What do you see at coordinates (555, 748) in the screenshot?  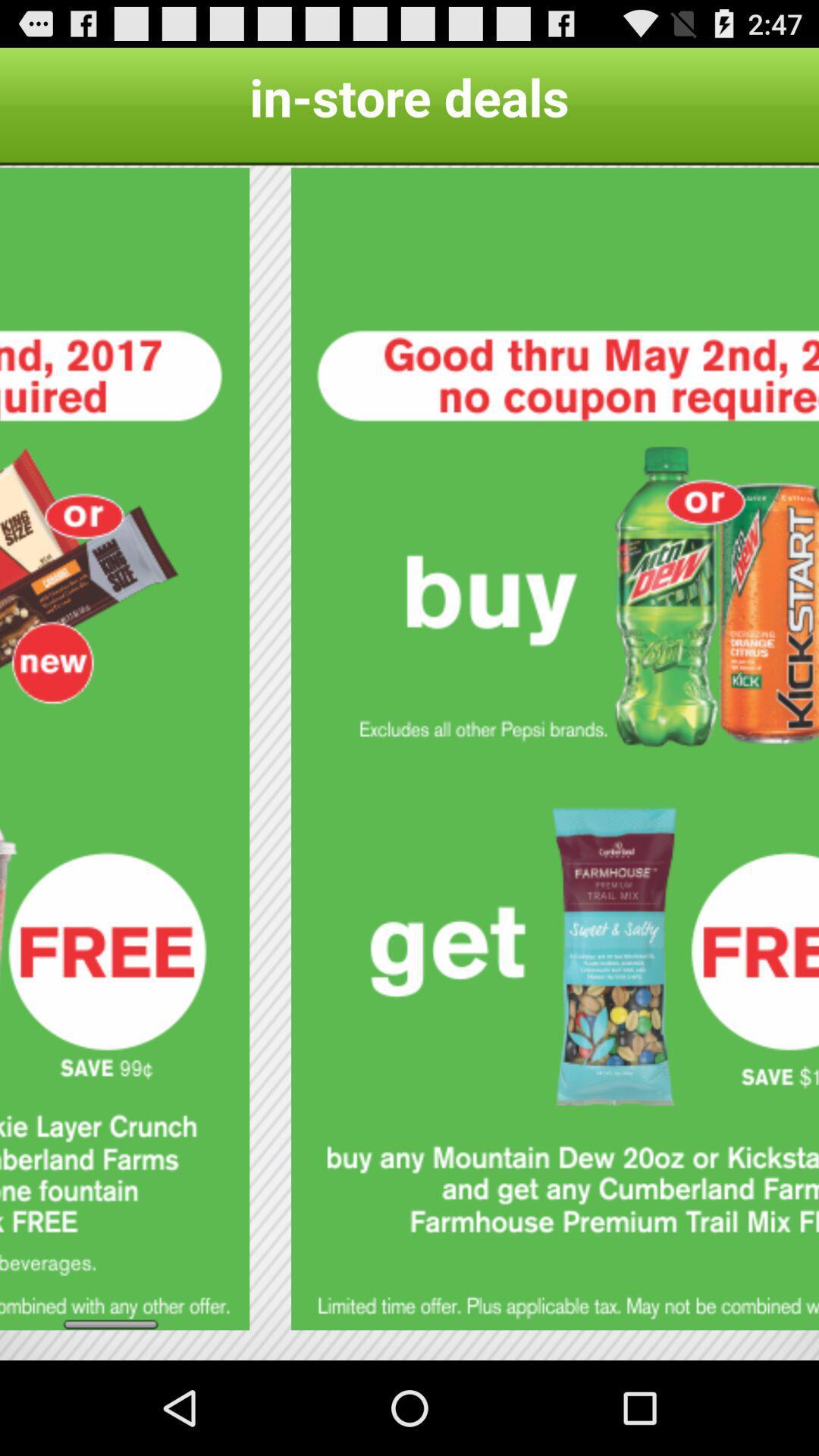 I see `icon on the right` at bounding box center [555, 748].